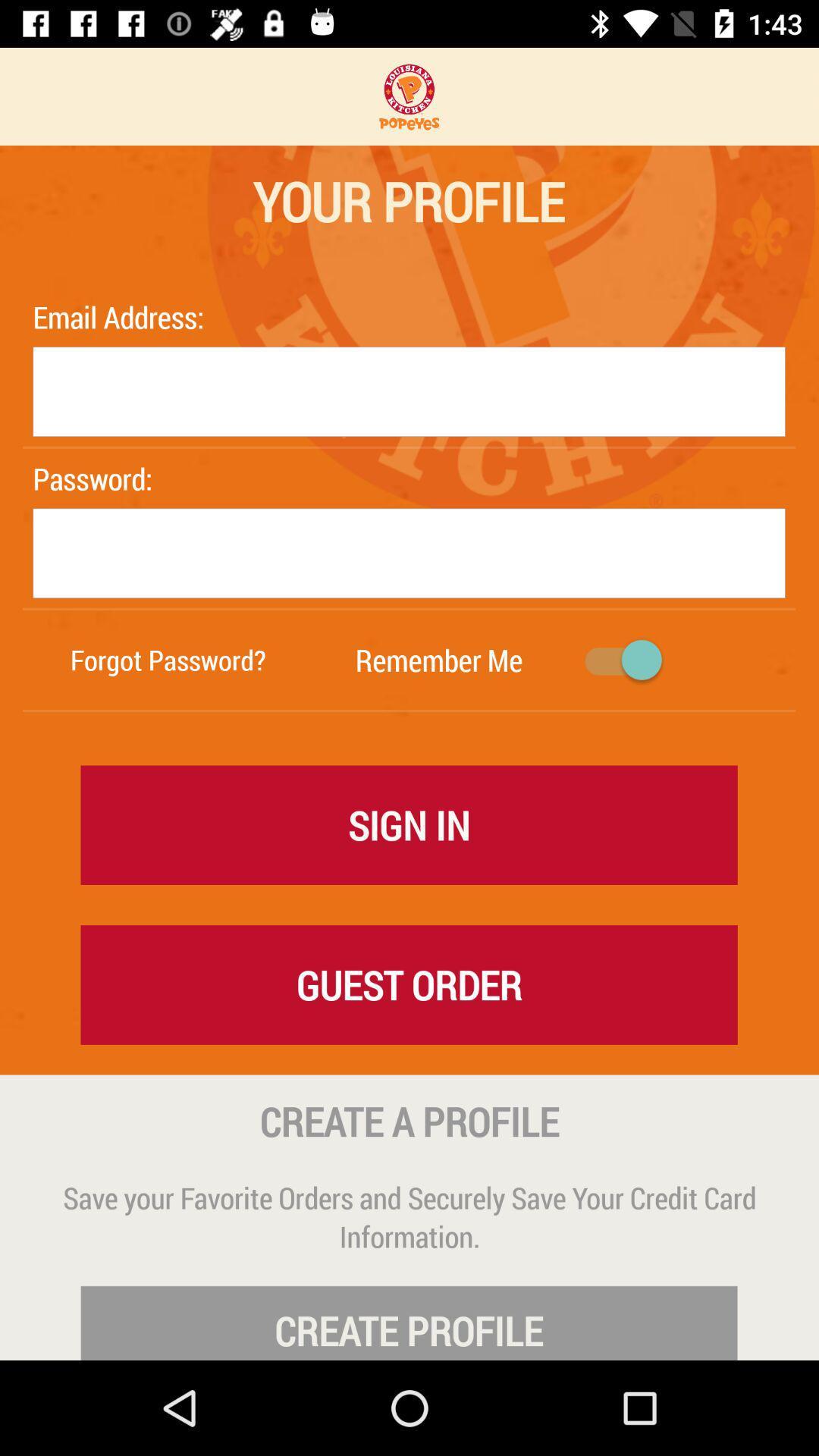 The image size is (819, 1456). I want to click on the forgot password? icon, so click(168, 660).